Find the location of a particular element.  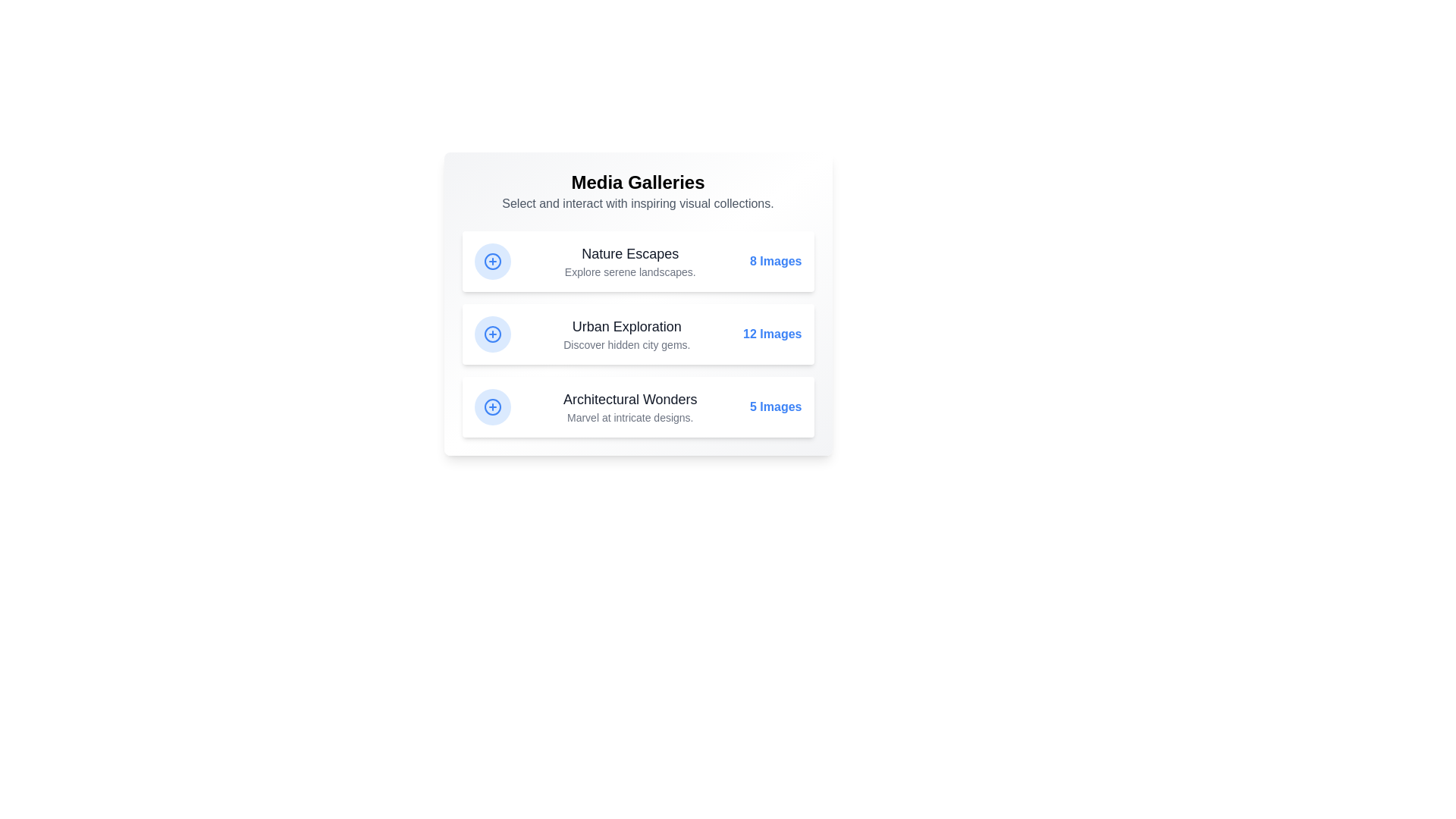

the gallery Nature Escapes is located at coordinates (638, 260).